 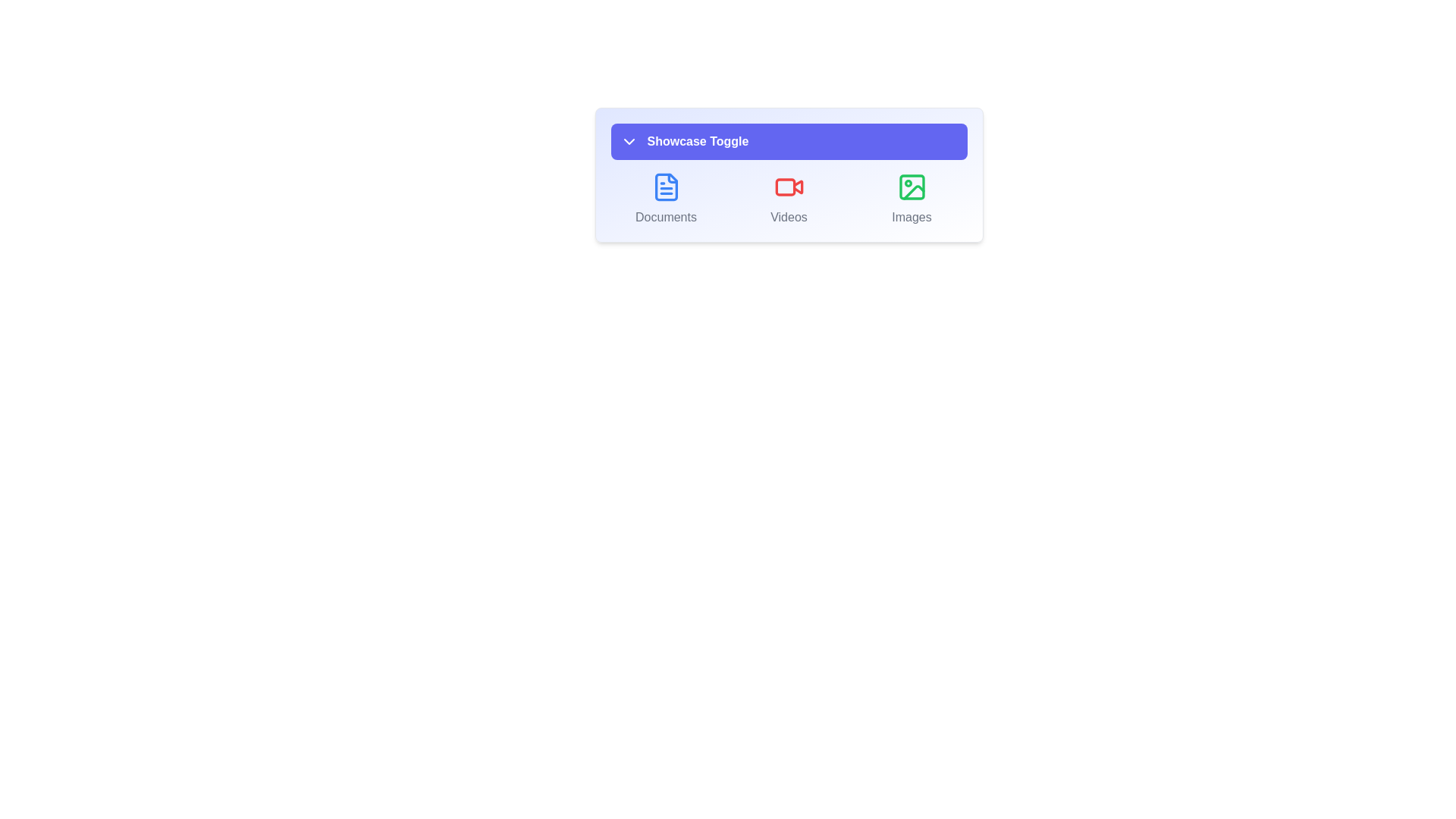 What do you see at coordinates (666, 186) in the screenshot?
I see `the Decorative icon representing the 'Documents' section, which is the topmost layer among the three similar icons in the UI, located under 'Showcase Toggle'` at bounding box center [666, 186].